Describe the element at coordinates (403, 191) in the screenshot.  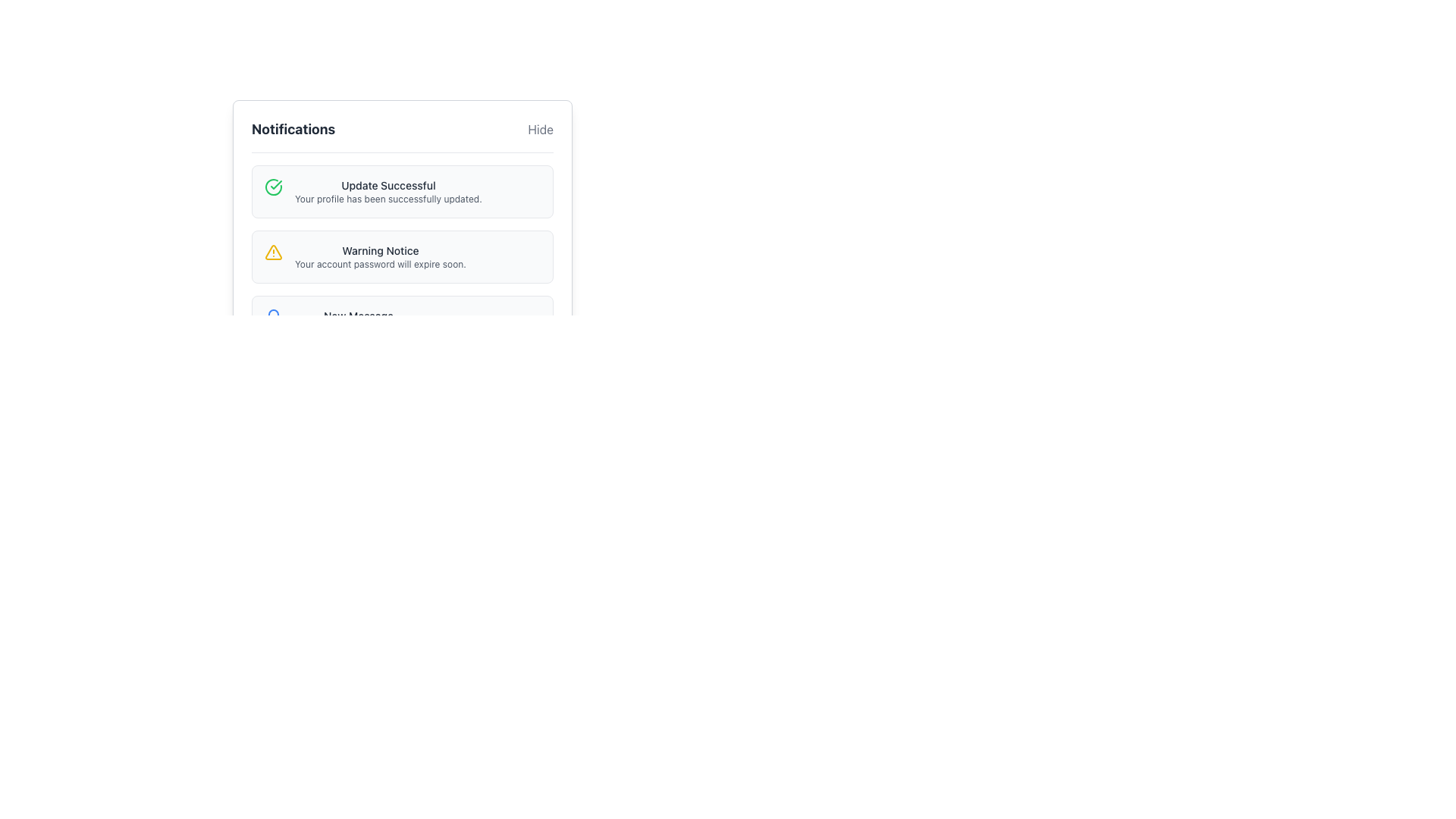
I see `the Informational Card that confirms the successful update of the user's profile, located in the Notifications section` at that location.